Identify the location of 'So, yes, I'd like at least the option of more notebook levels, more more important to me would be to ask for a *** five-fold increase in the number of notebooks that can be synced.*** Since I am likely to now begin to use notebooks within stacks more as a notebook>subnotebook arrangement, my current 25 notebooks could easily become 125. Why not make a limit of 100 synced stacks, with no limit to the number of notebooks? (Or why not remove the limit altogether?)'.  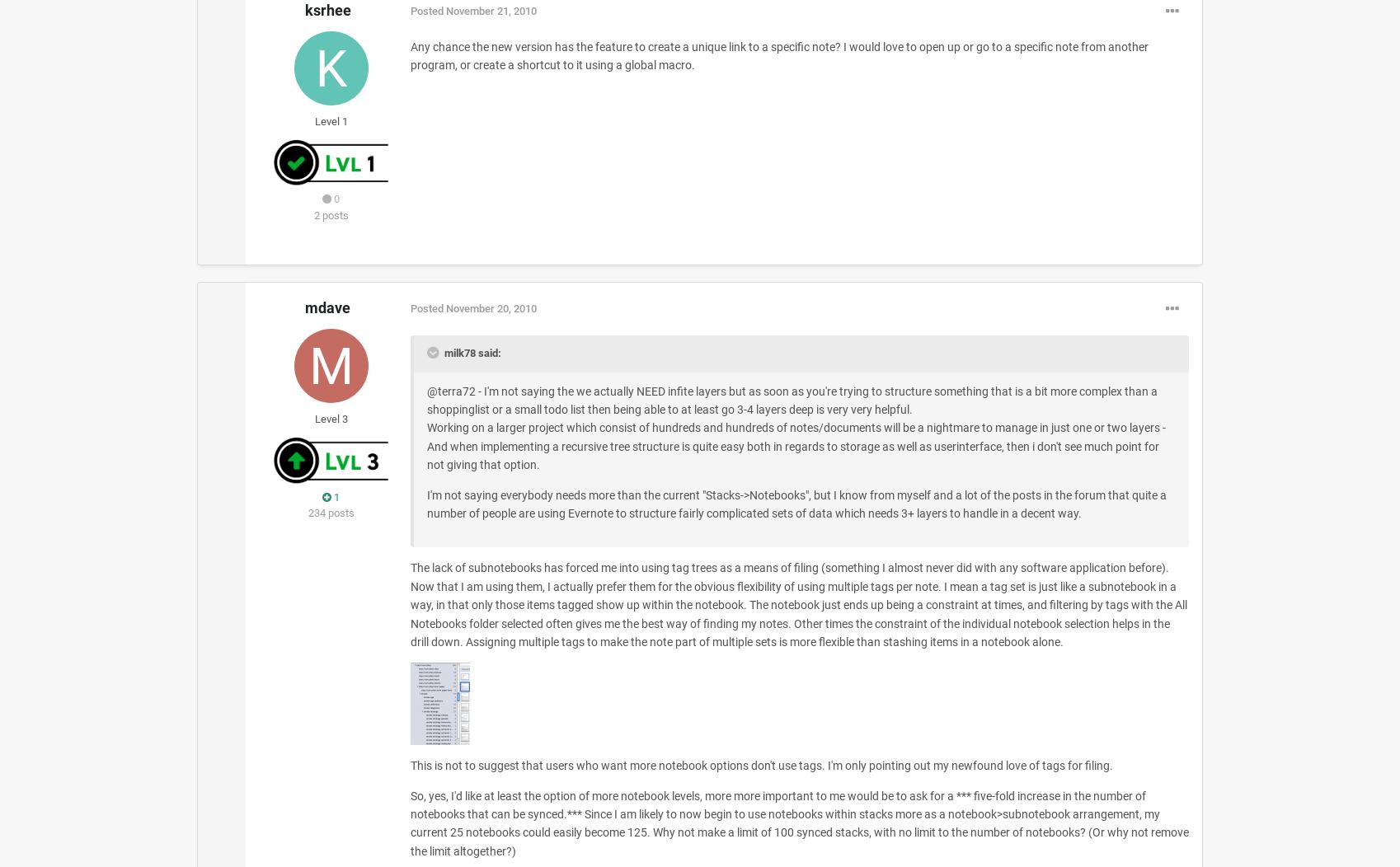
(798, 822).